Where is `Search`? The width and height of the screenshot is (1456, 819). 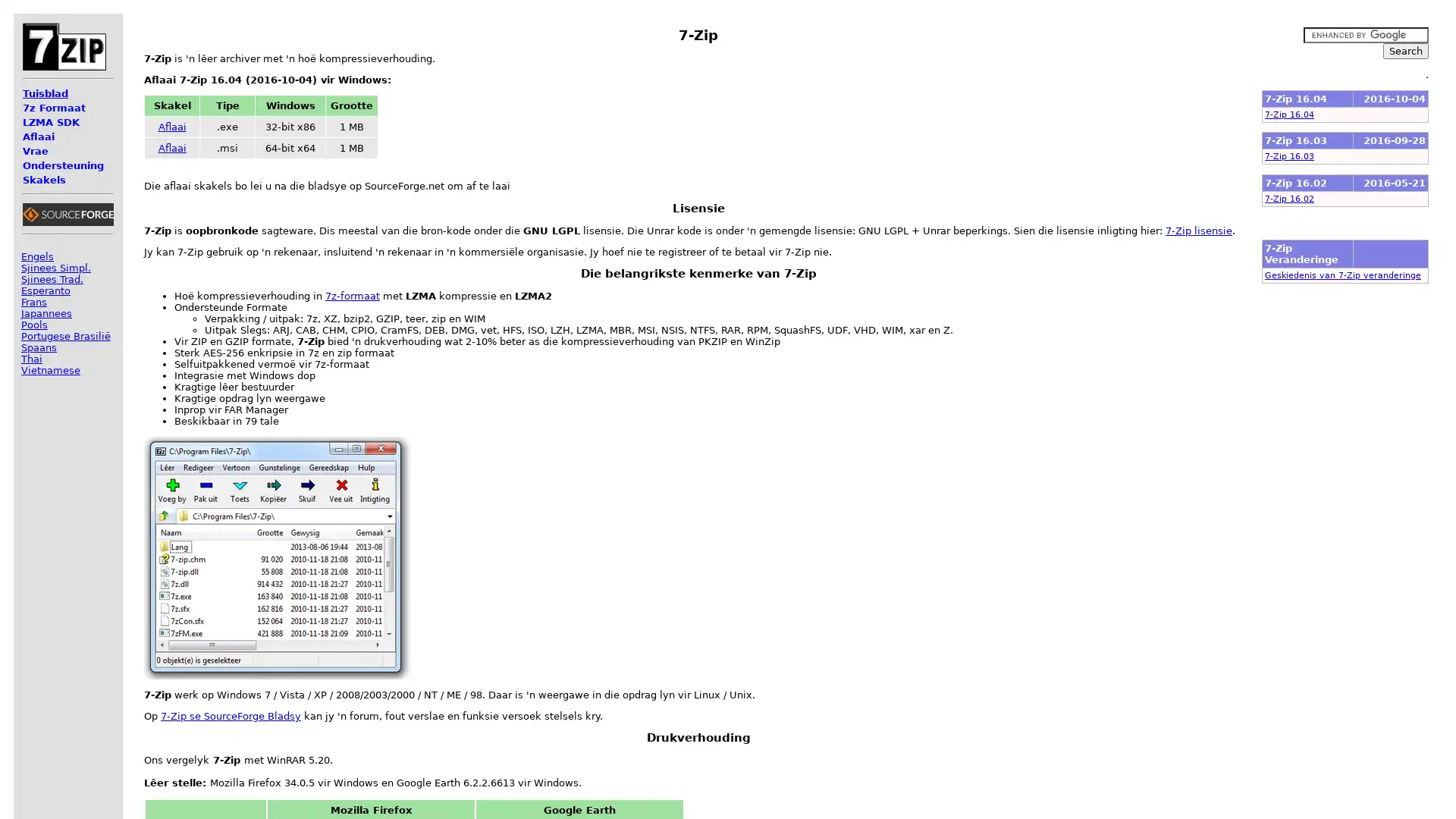 Search is located at coordinates (1404, 50).